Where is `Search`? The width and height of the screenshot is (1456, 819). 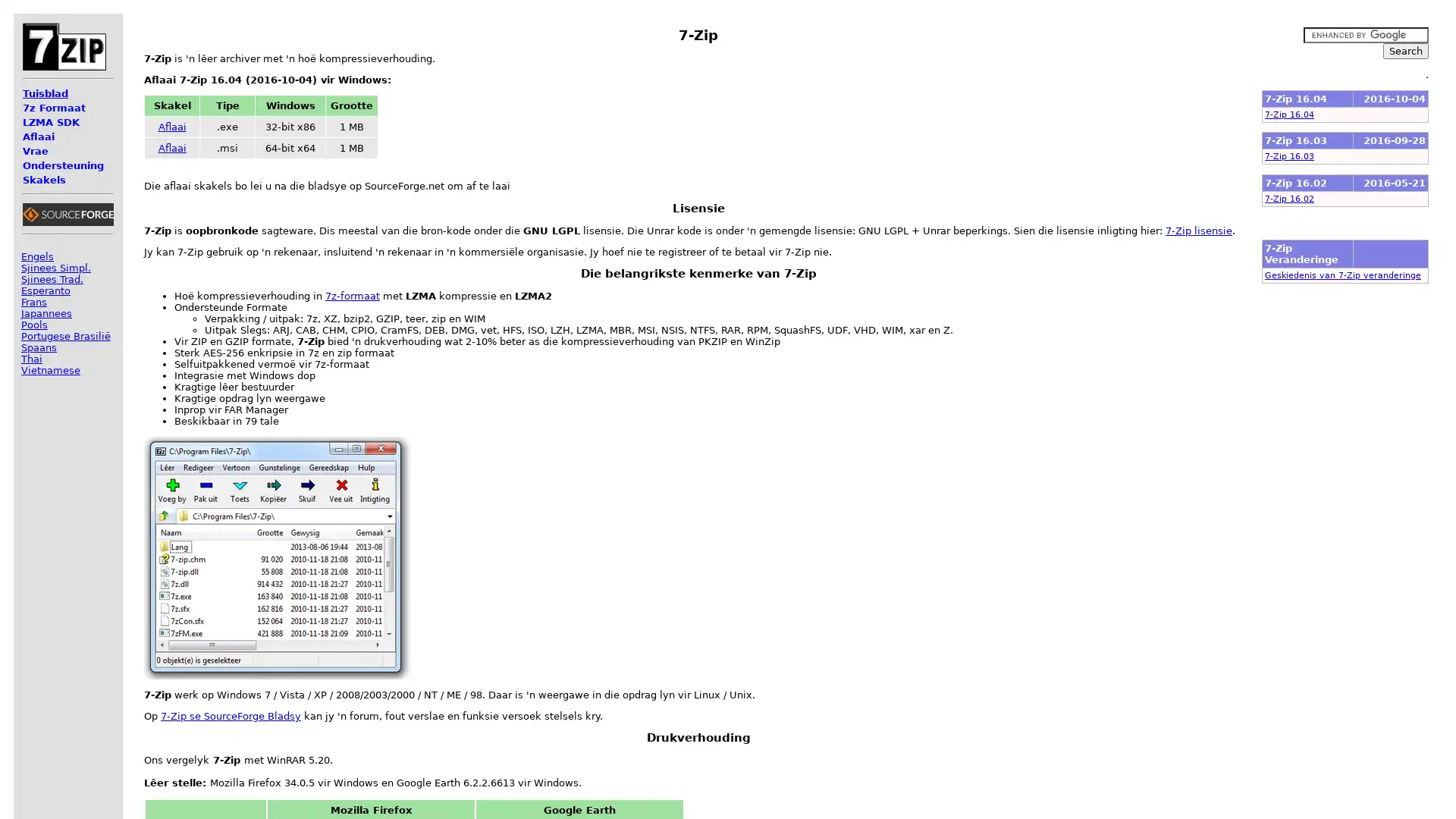 Search is located at coordinates (1404, 50).